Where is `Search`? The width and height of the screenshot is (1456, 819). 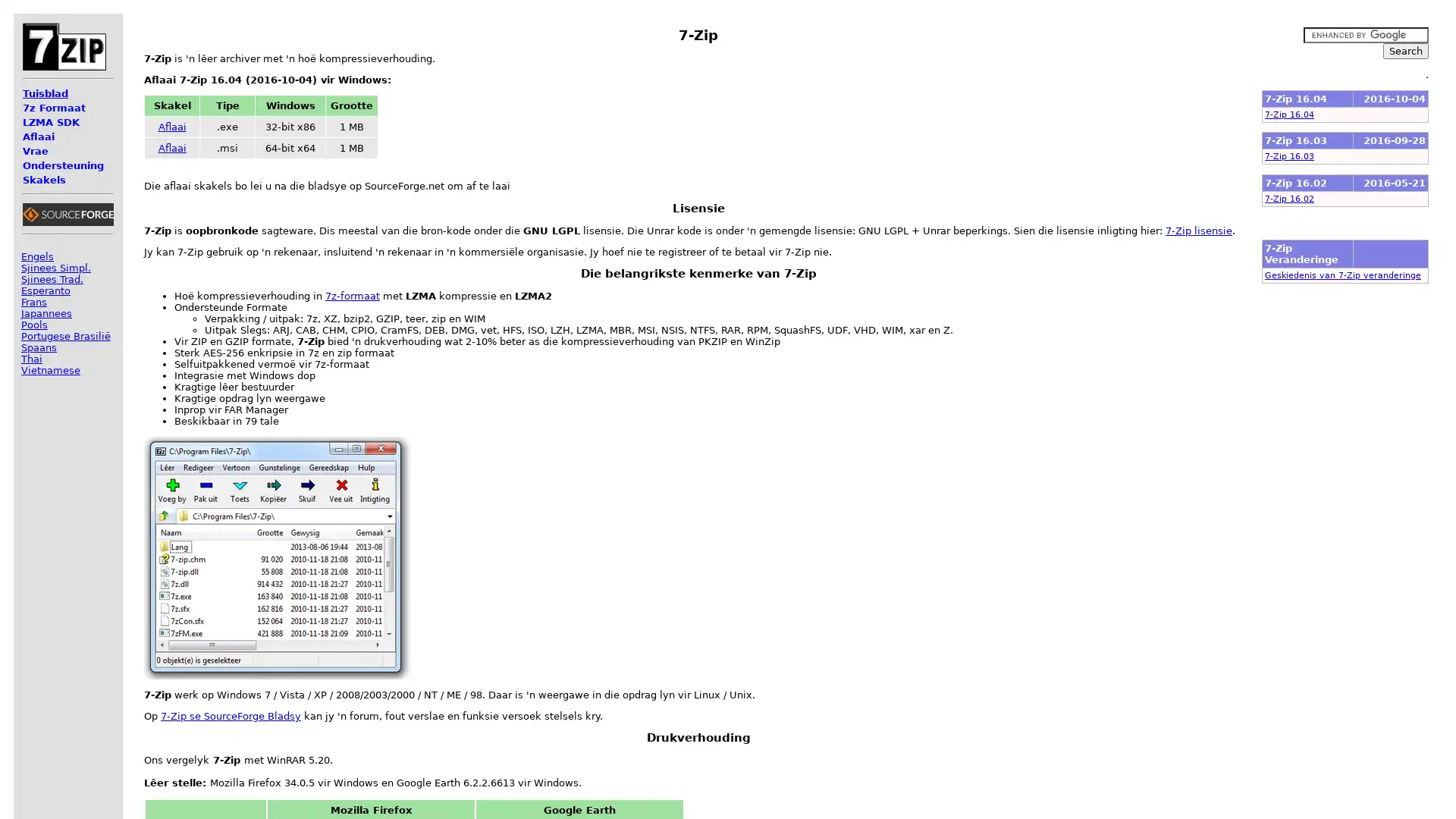 Search is located at coordinates (1404, 50).